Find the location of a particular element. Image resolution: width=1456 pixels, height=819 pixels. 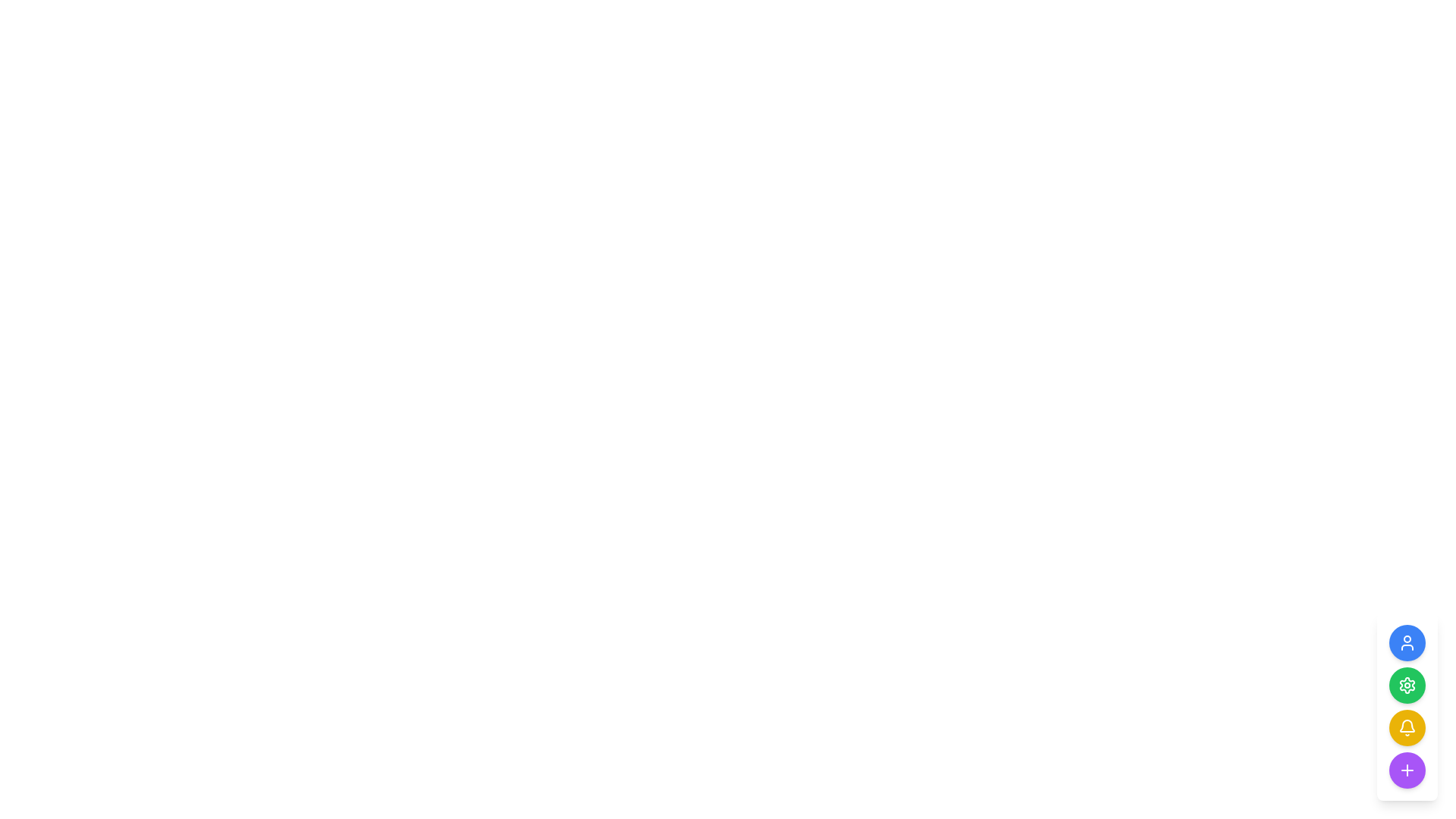

the user profile button located in the lower right section of the user interface is located at coordinates (1407, 643).